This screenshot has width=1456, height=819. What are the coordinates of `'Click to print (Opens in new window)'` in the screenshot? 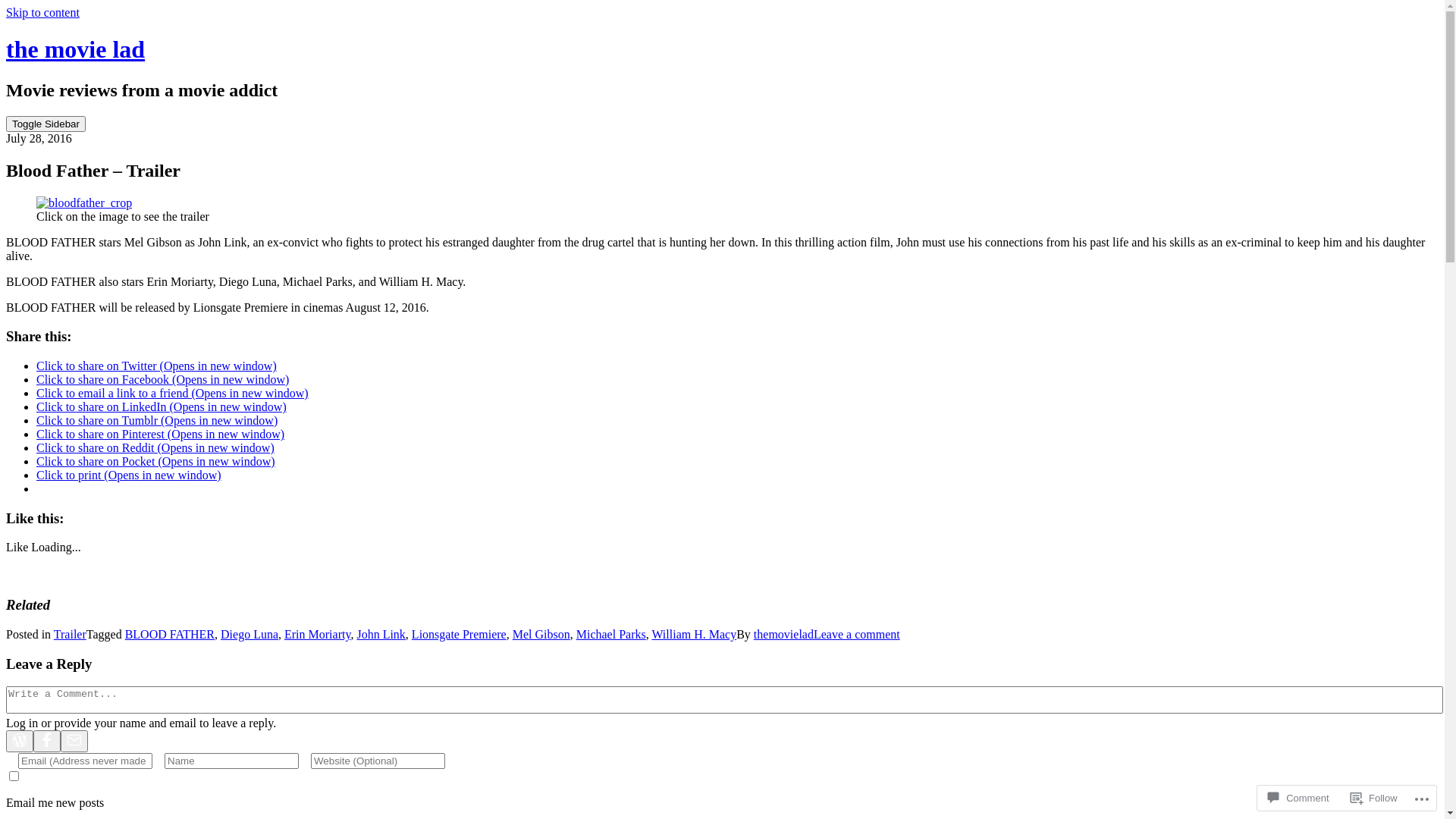 It's located at (128, 474).